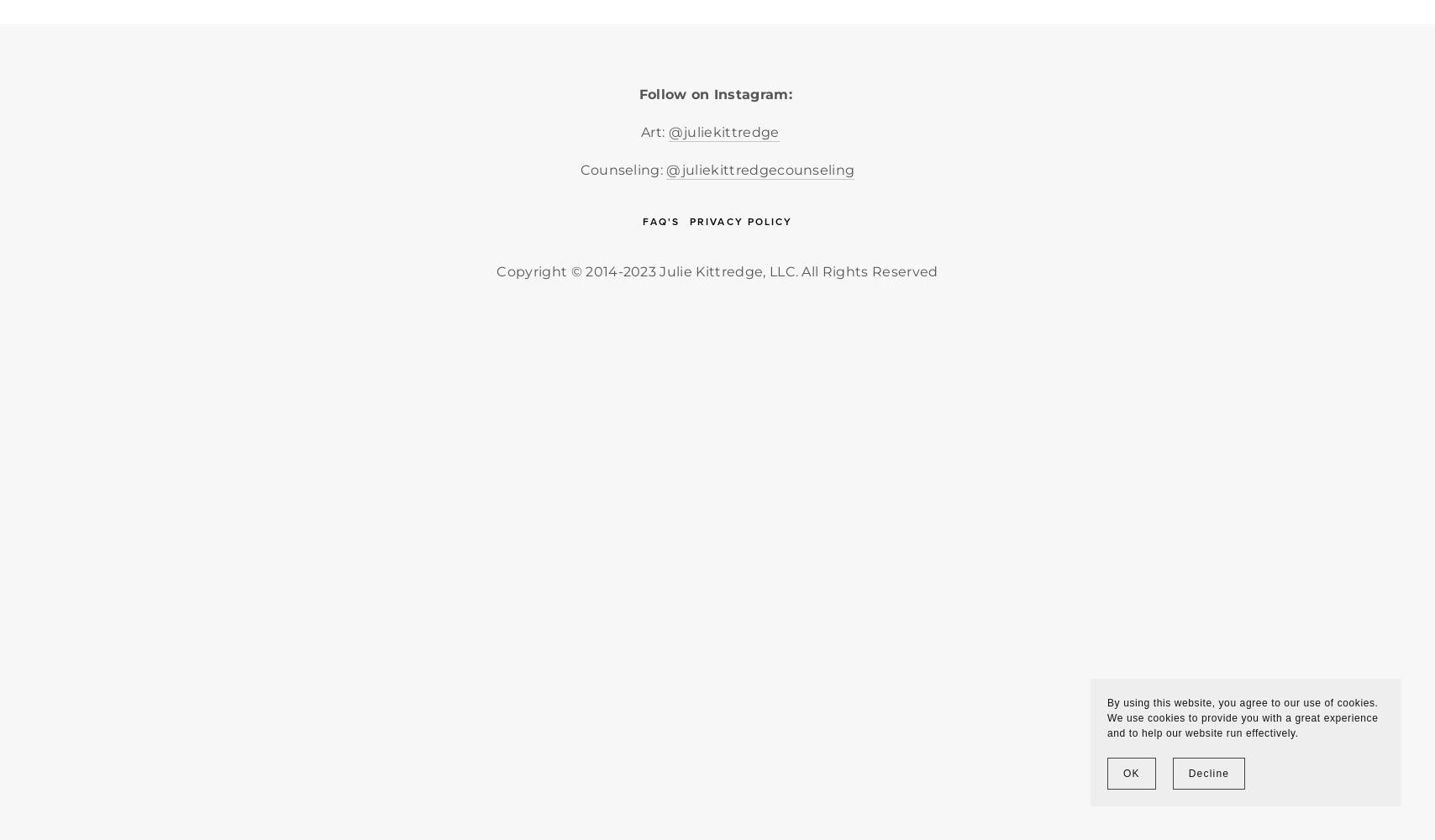 Image resolution: width=1435 pixels, height=840 pixels. What do you see at coordinates (715, 93) in the screenshot?
I see `'Follow on Instagram:'` at bounding box center [715, 93].